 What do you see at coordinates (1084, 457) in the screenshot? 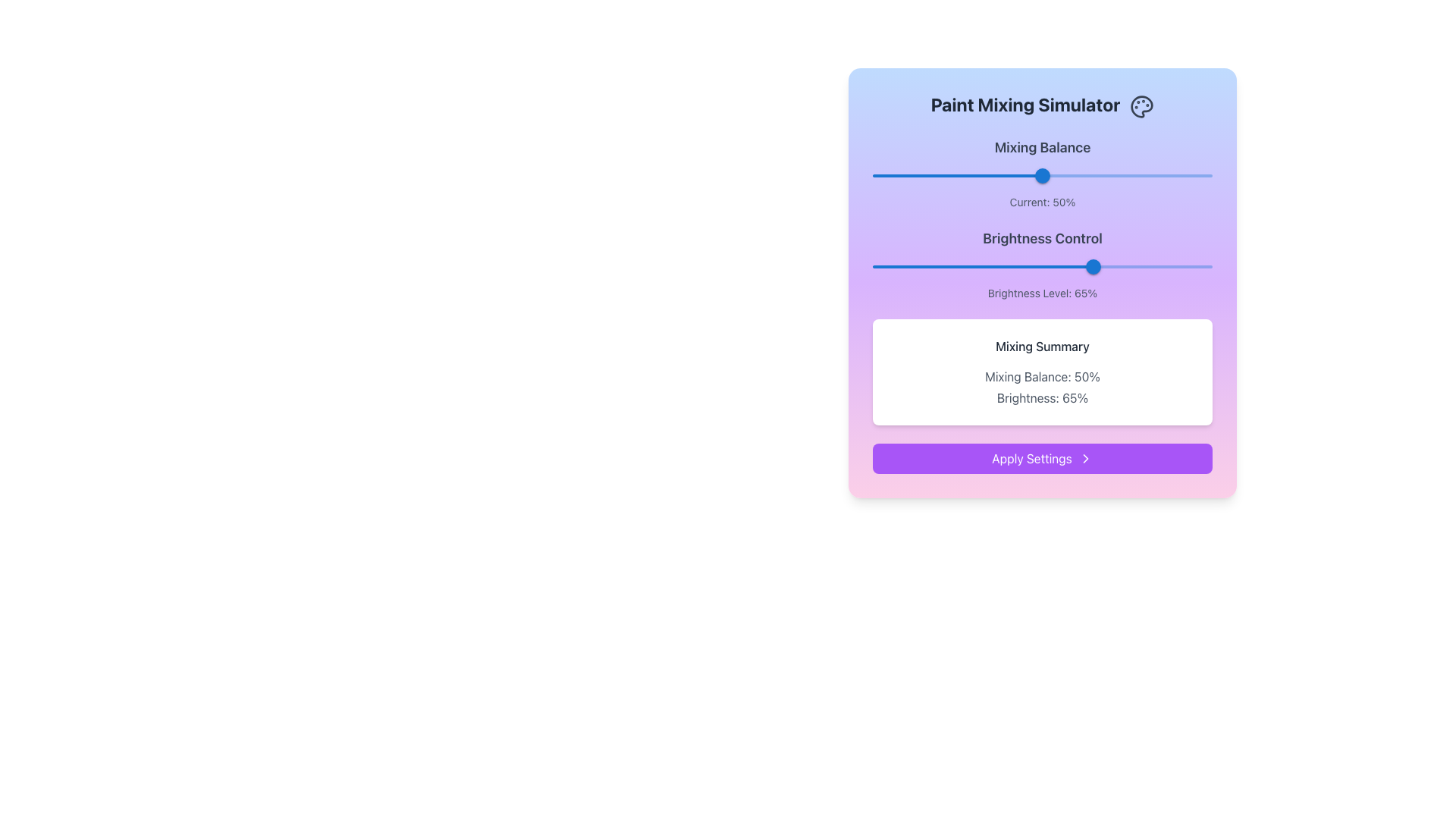
I see `the right-pointing chevron arrow icon, which is displayed in white and positioned at the far-right edge of the 'Apply Settings' button with a purple background` at bounding box center [1084, 457].